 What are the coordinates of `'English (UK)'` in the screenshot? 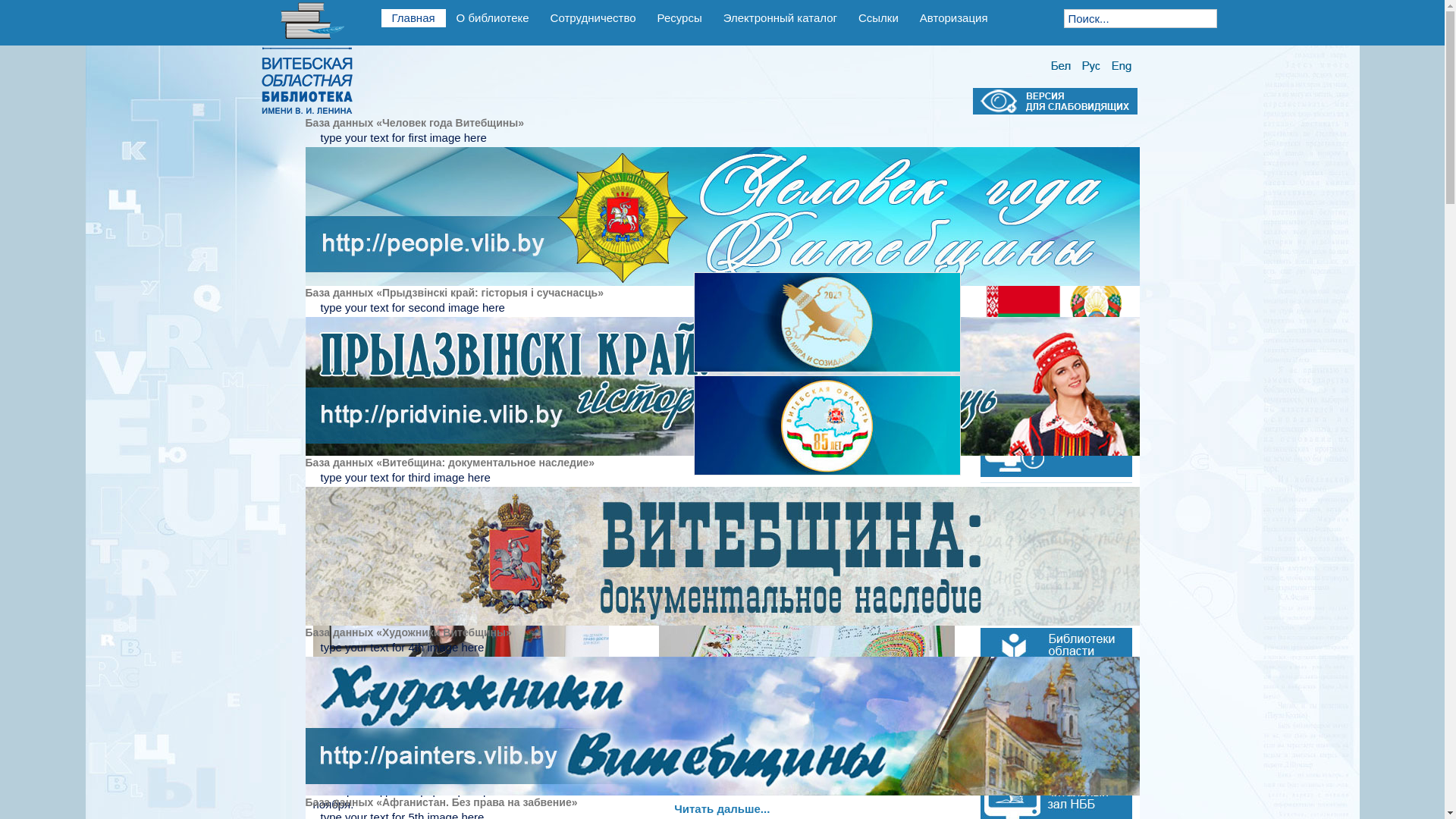 It's located at (1121, 66).